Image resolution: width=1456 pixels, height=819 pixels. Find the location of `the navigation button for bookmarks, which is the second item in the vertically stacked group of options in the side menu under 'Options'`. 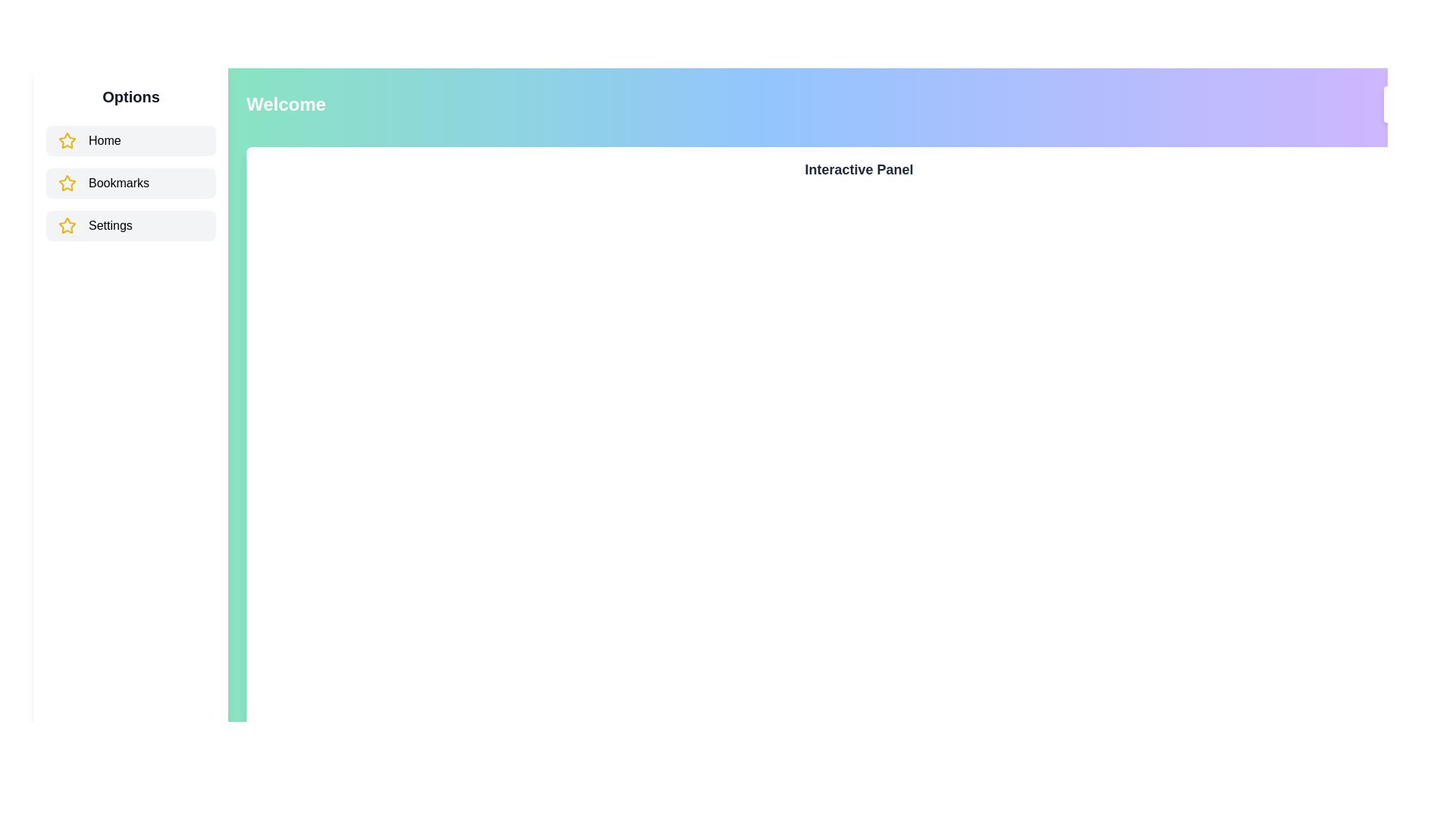

the navigation button for bookmarks, which is the second item in the vertically stacked group of options in the side menu under 'Options' is located at coordinates (130, 183).